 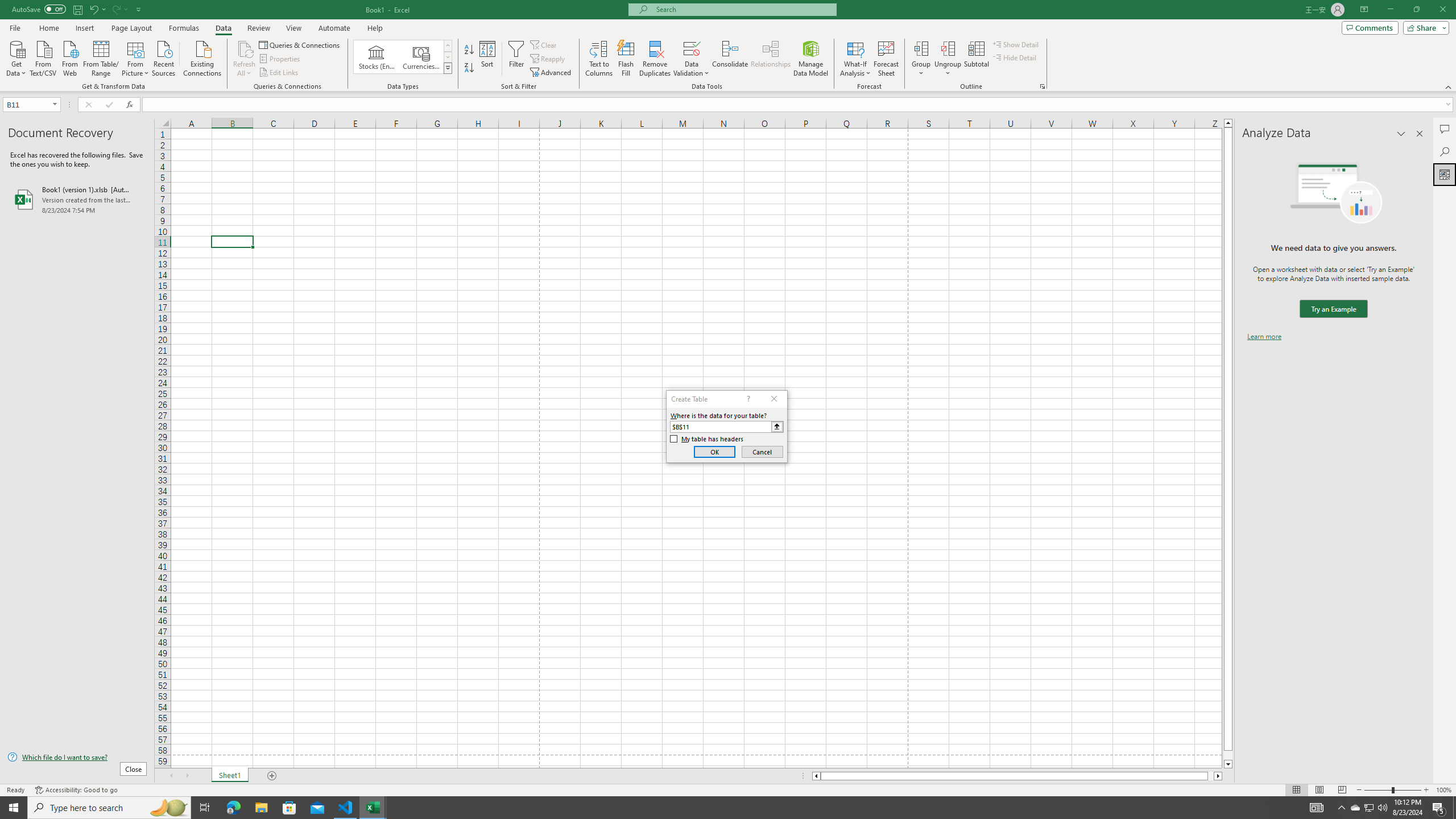 I want to click on 'From Picture', so click(x=136, y=57).